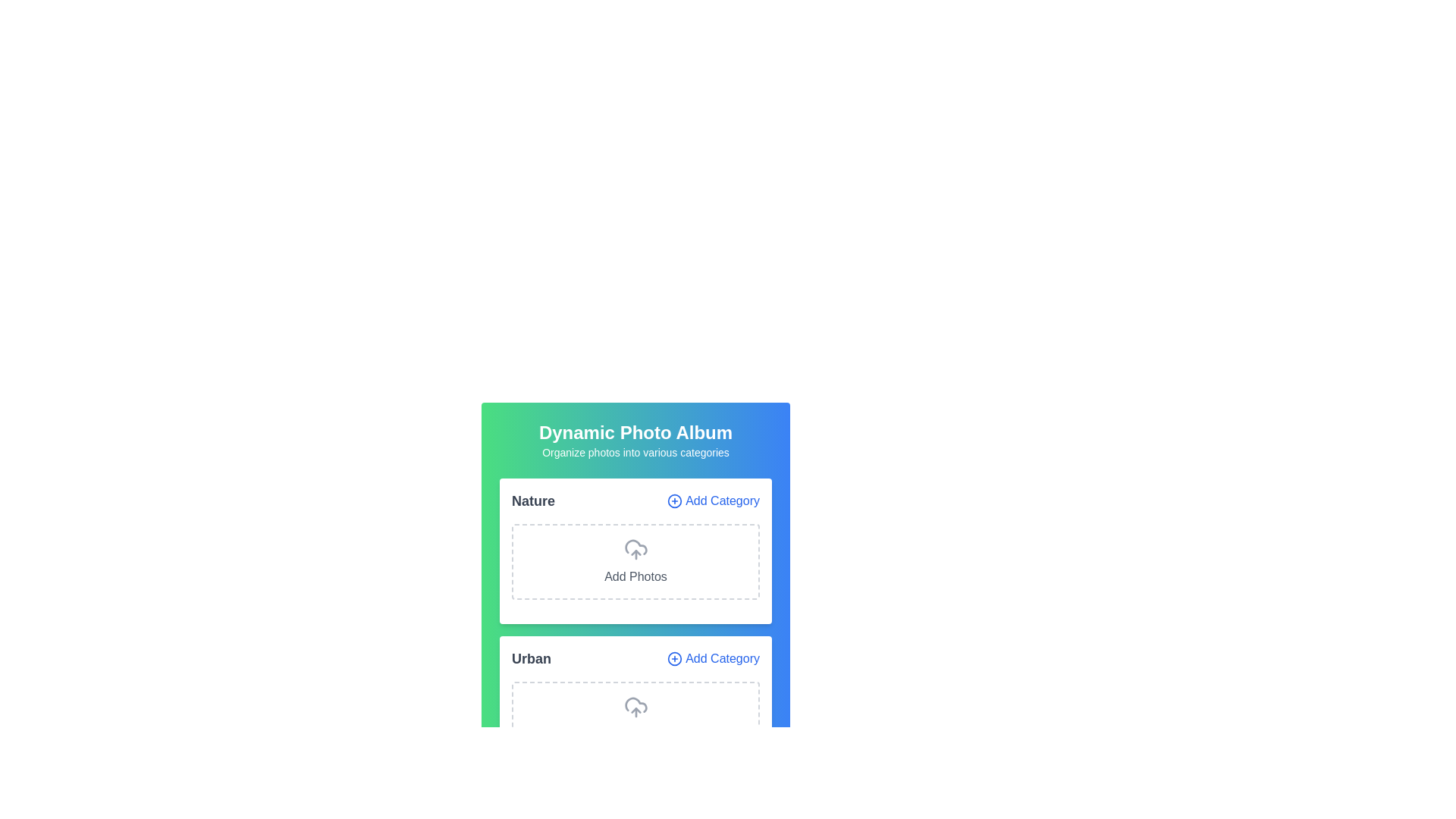 The height and width of the screenshot is (819, 1456). What do you see at coordinates (674, 657) in the screenshot?
I see `the circular blue '+' icon button located within the 'Add Category' button in the top-right corner of the 'Urban' category box` at bounding box center [674, 657].